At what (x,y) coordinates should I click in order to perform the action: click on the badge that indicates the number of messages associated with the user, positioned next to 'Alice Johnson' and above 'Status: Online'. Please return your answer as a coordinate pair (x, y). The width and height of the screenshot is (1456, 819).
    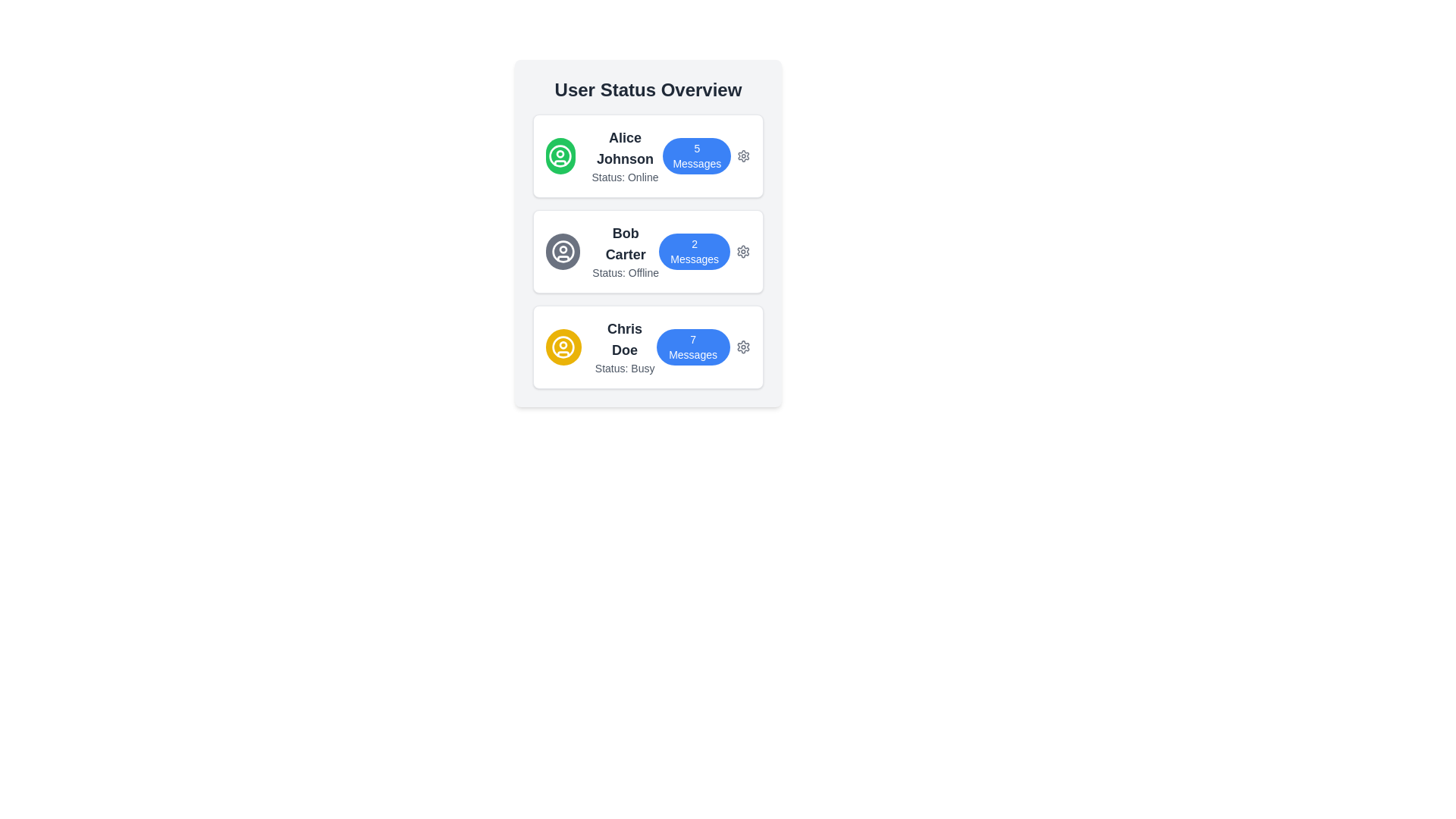
    Looking at the image, I should click on (706, 155).